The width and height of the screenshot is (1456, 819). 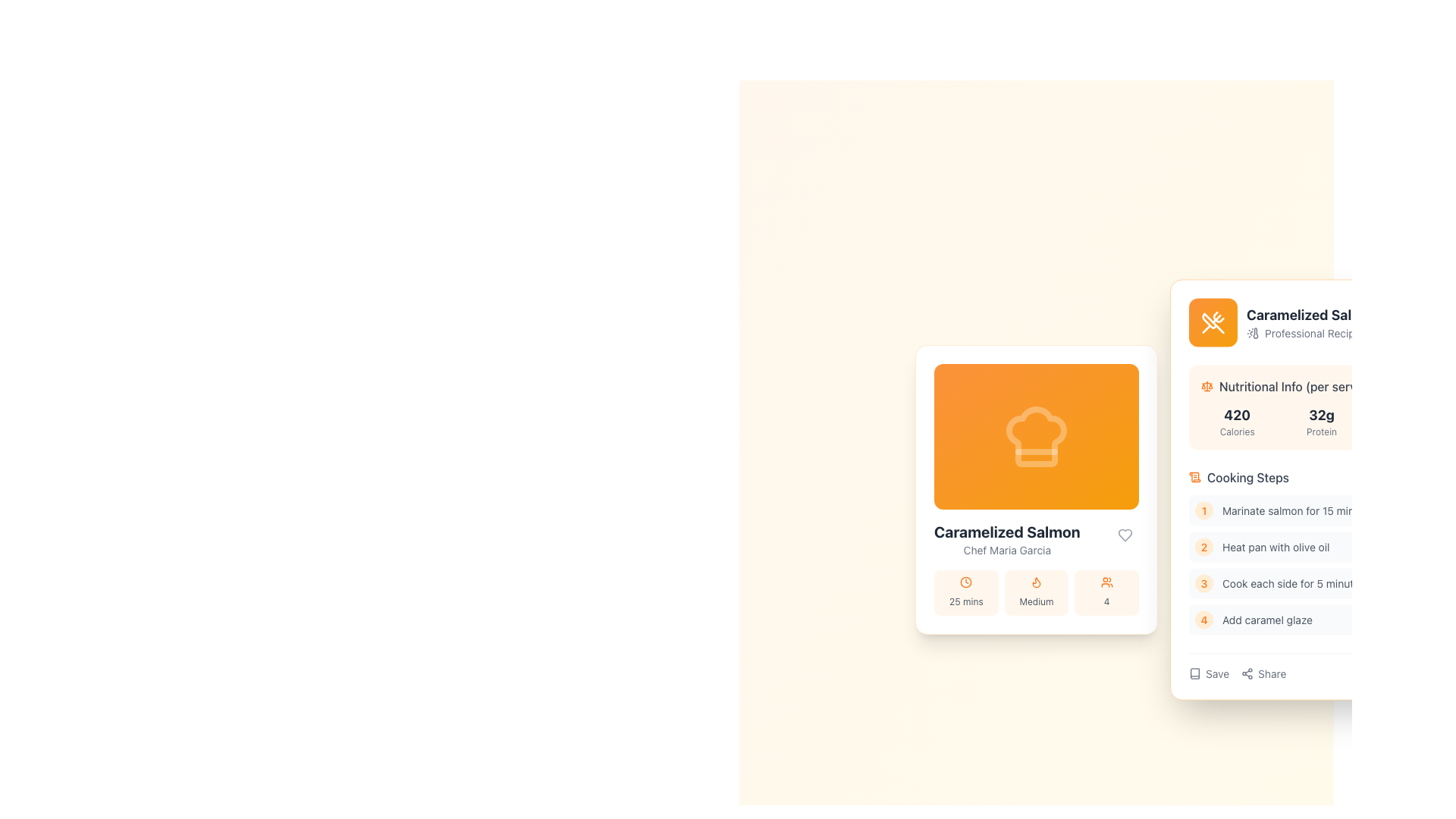 What do you see at coordinates (1312, 332) in the screenshot?
I see `the gray text label displaying 'Professional Recipe' located to the right of the orange culinary tools icon in the header section of the recipe card` at bounding box center [1312, 332].